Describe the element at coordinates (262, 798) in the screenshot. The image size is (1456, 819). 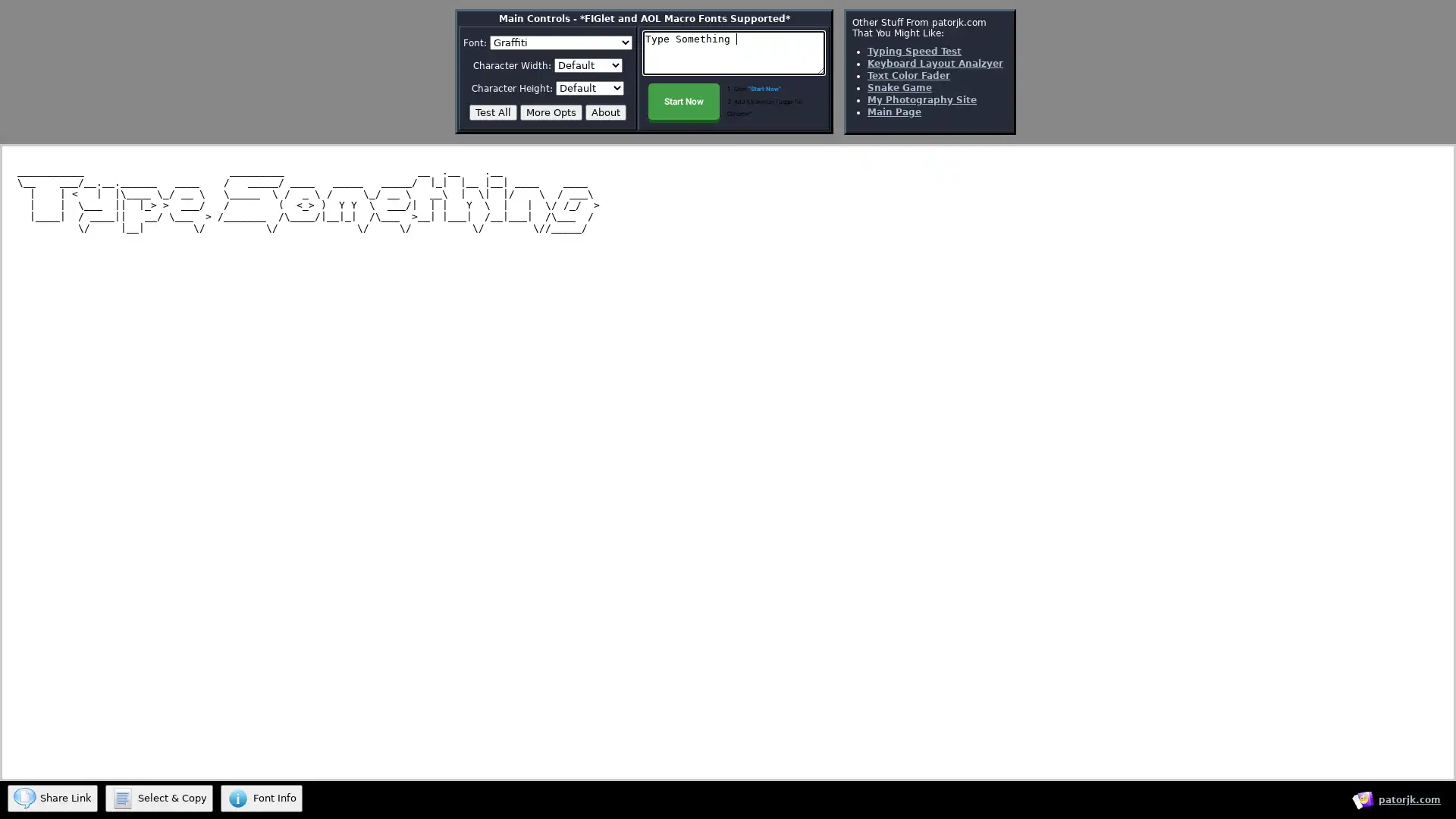
I see `Font Info` at that location.